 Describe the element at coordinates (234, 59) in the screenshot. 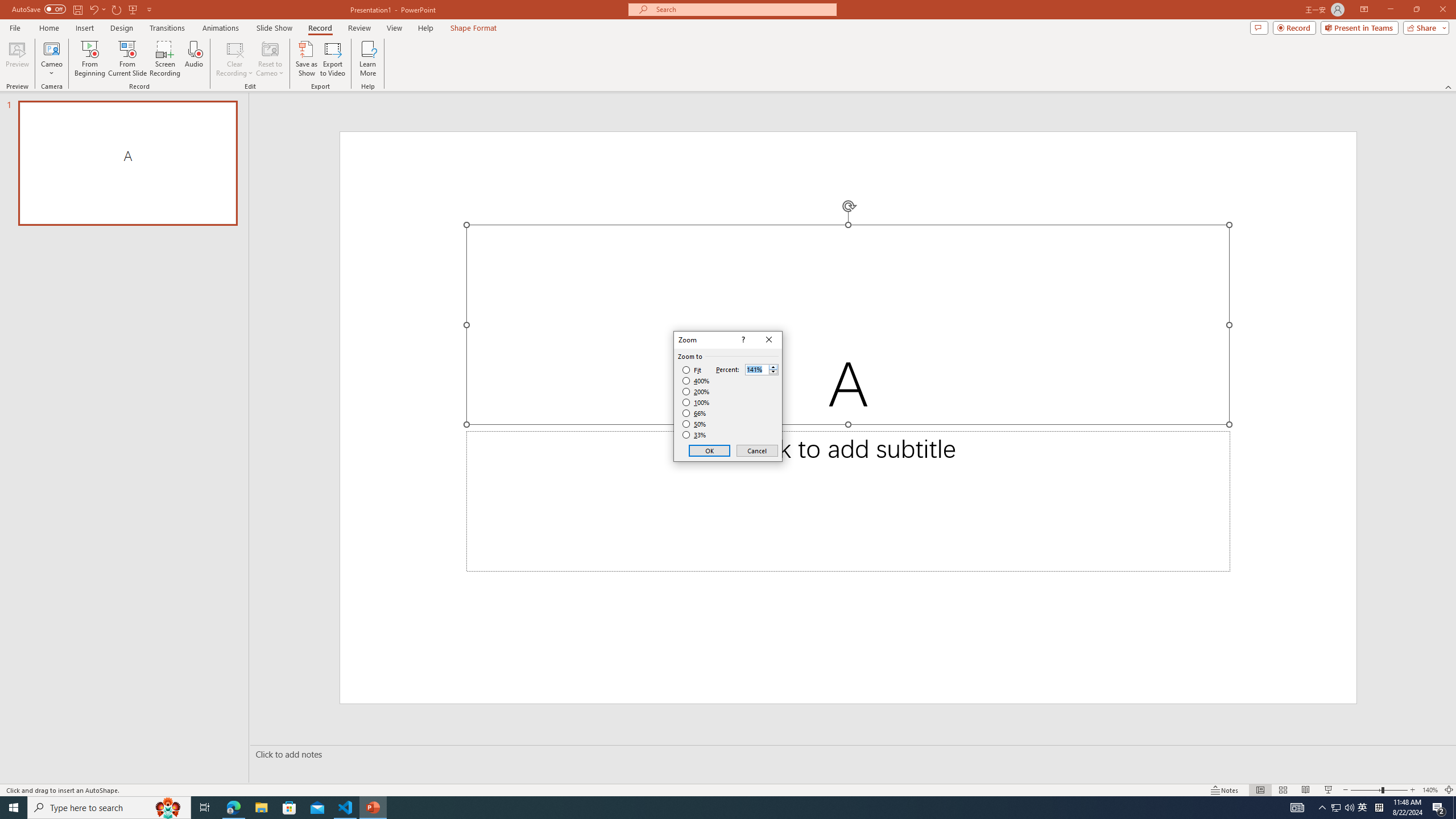

I see `'Clear Recording'` at that location.